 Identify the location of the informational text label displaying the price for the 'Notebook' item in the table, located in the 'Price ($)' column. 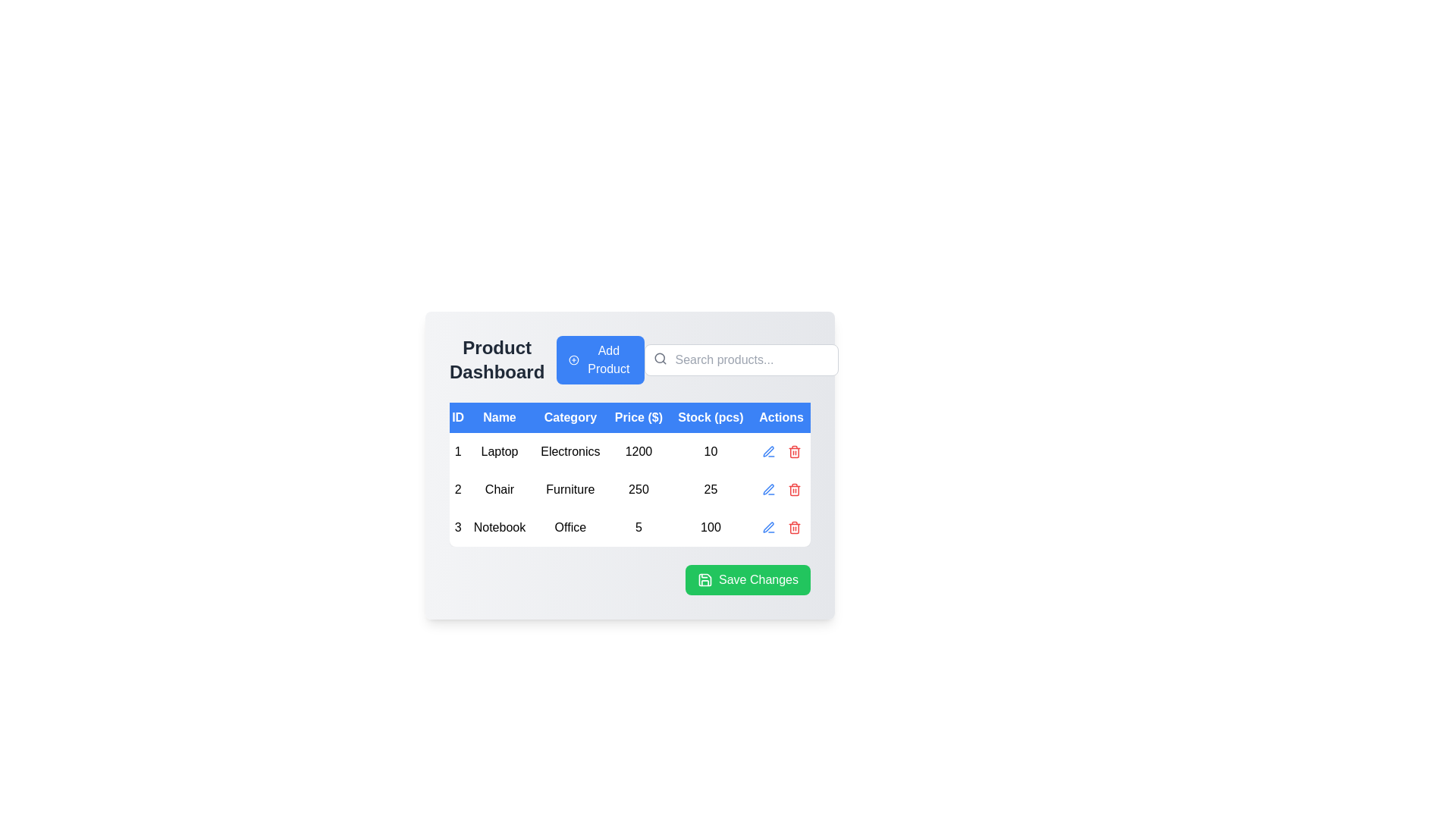
(639, 526).